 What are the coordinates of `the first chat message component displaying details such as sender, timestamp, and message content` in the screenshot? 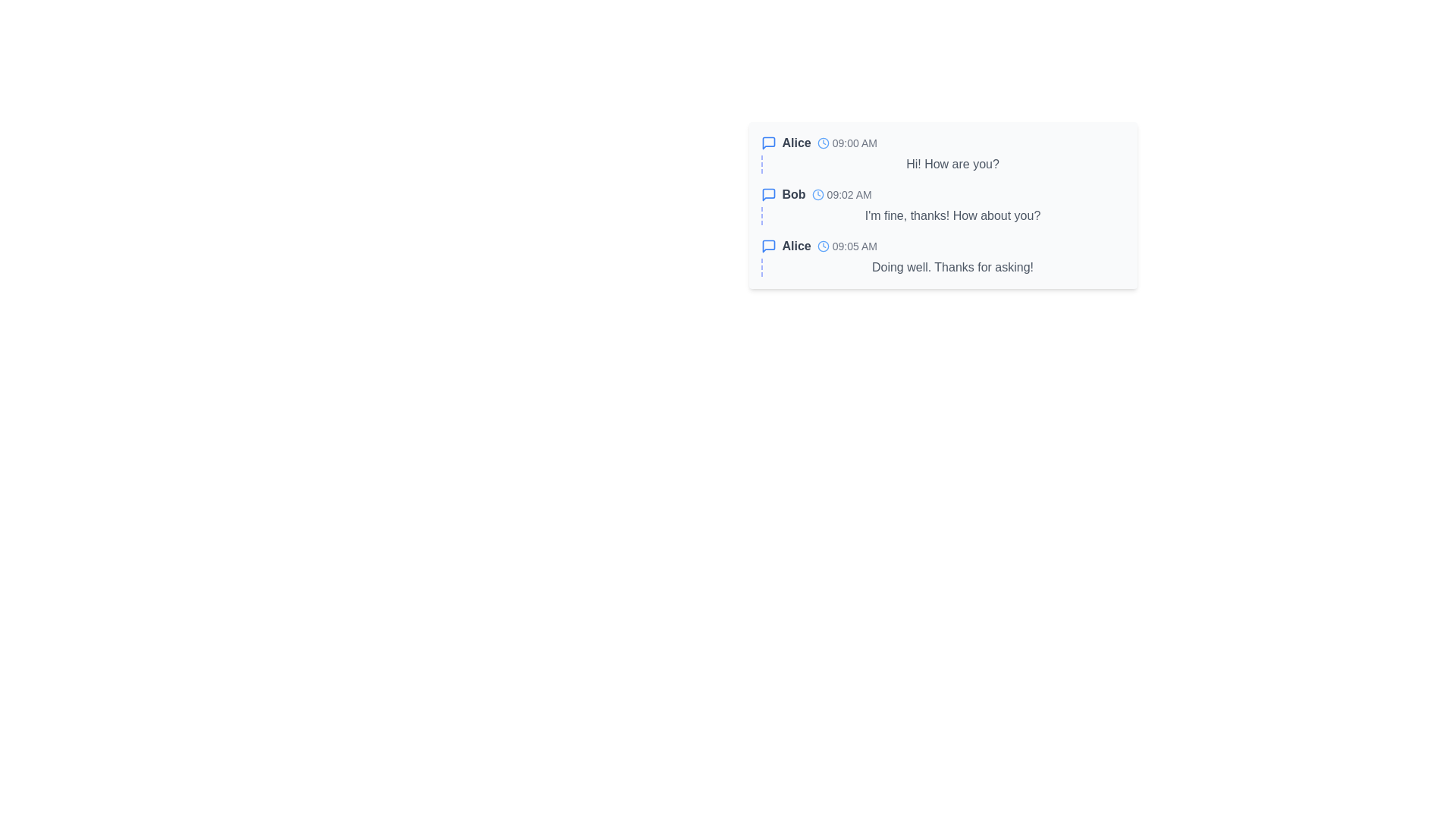 It's located at (942, 154).